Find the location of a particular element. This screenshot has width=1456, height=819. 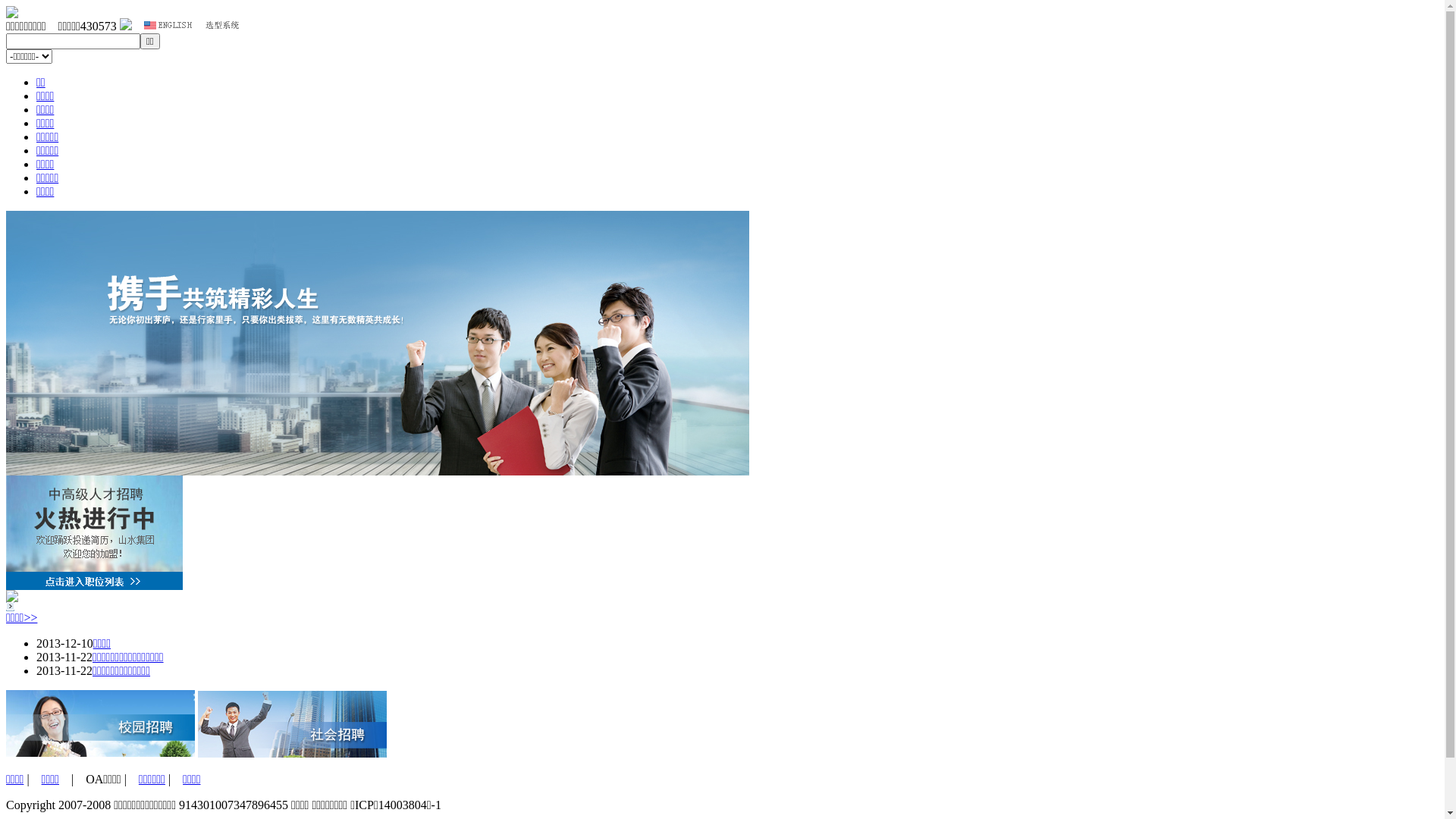

'914301007347896455' is located at coordinates (178, 804).